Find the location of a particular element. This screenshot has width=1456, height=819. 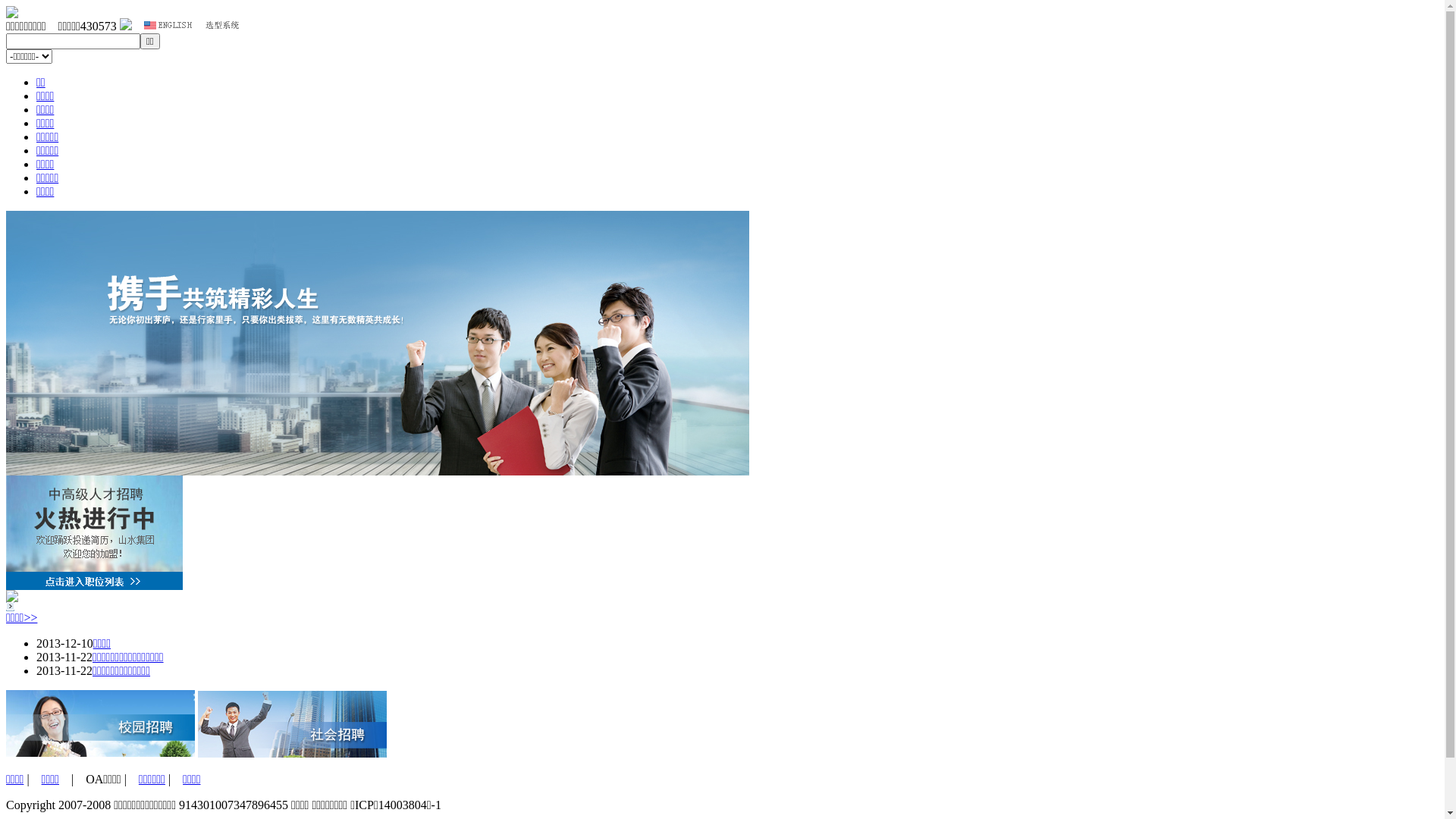

'914301007347896455' is located at coordinates (178, 804).